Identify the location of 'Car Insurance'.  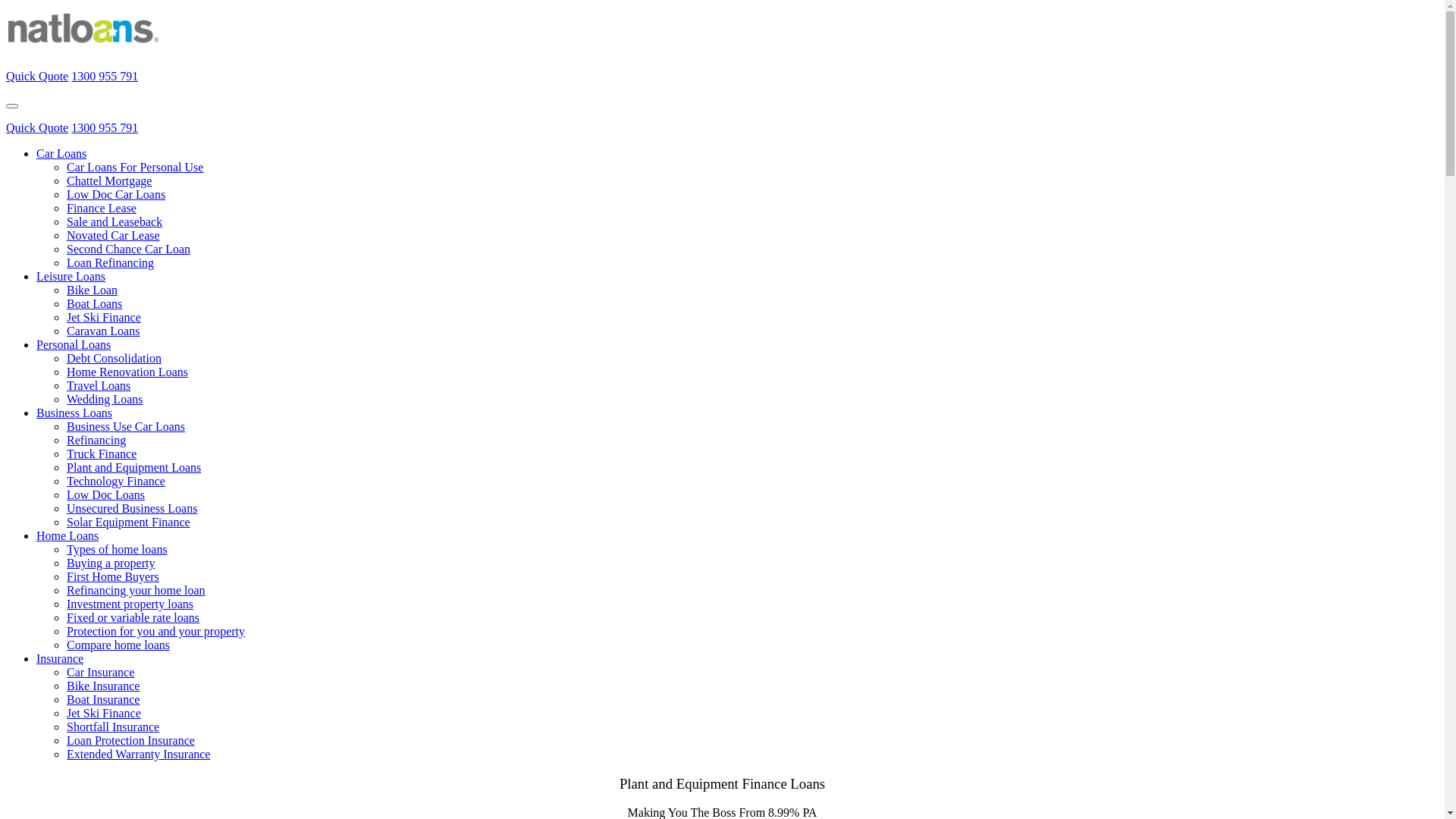
(65, 671).